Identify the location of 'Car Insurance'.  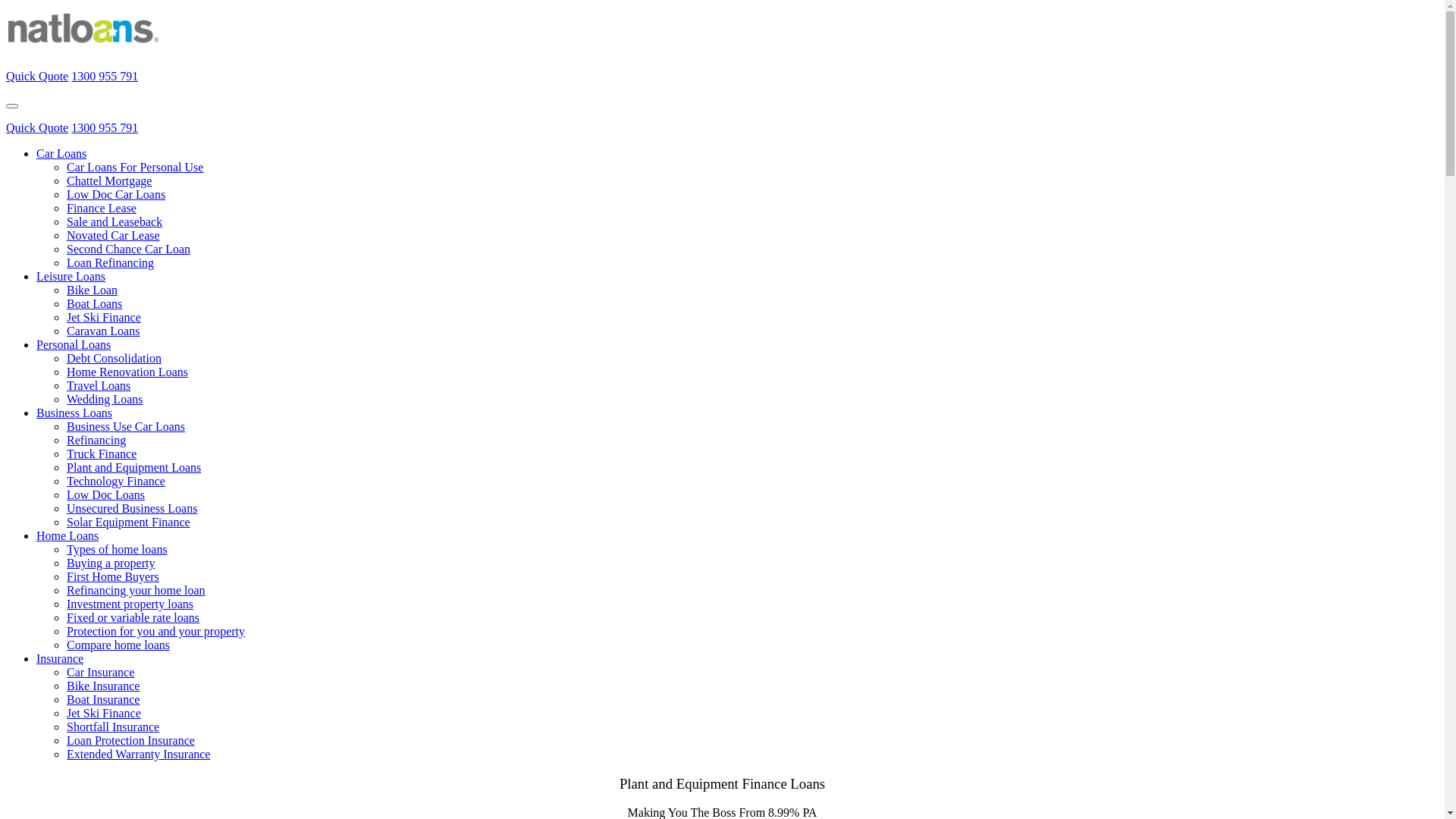
(65, 671).